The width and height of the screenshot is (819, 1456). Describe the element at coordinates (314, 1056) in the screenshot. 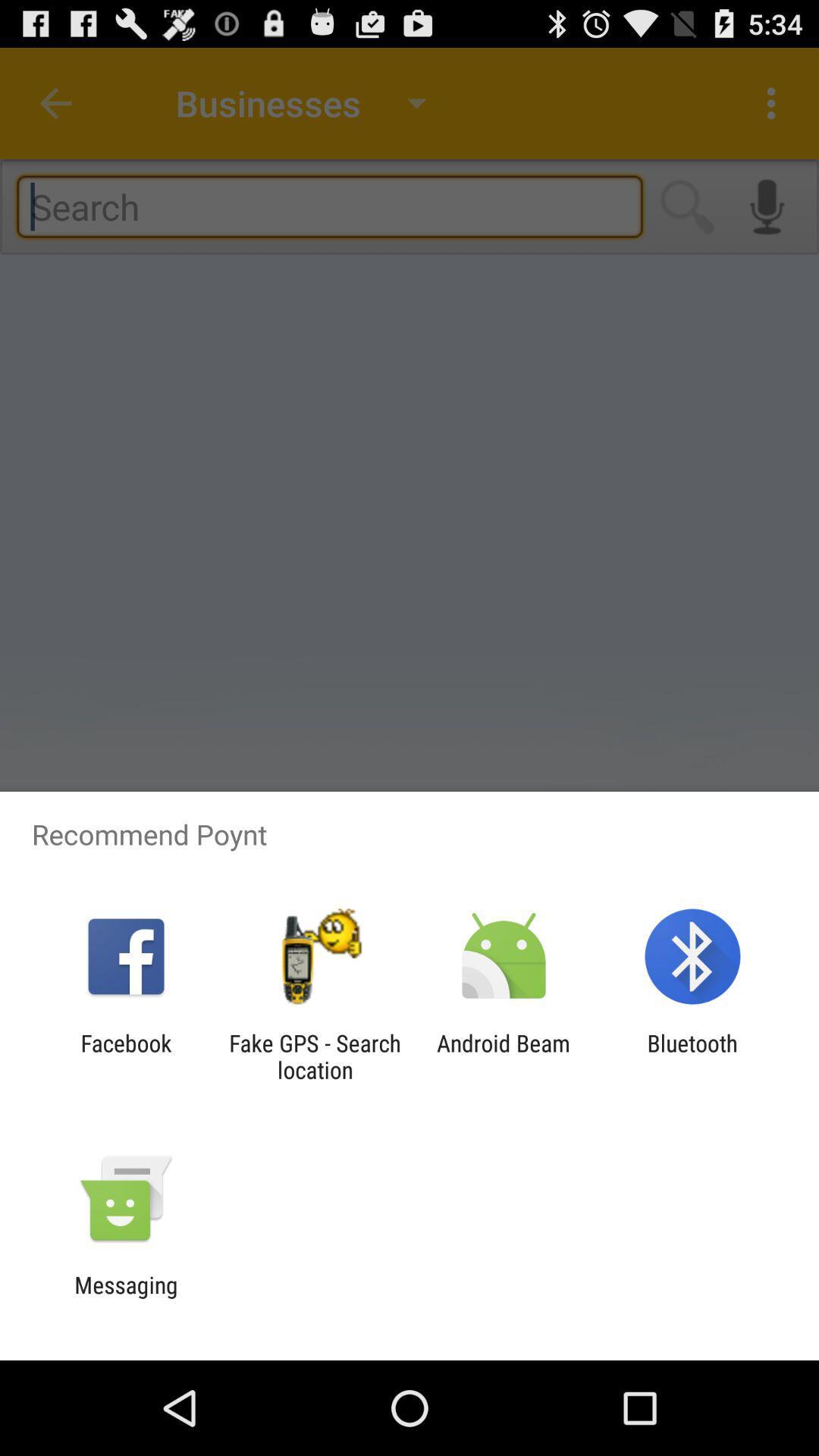

I see `fake gps search` at that location.